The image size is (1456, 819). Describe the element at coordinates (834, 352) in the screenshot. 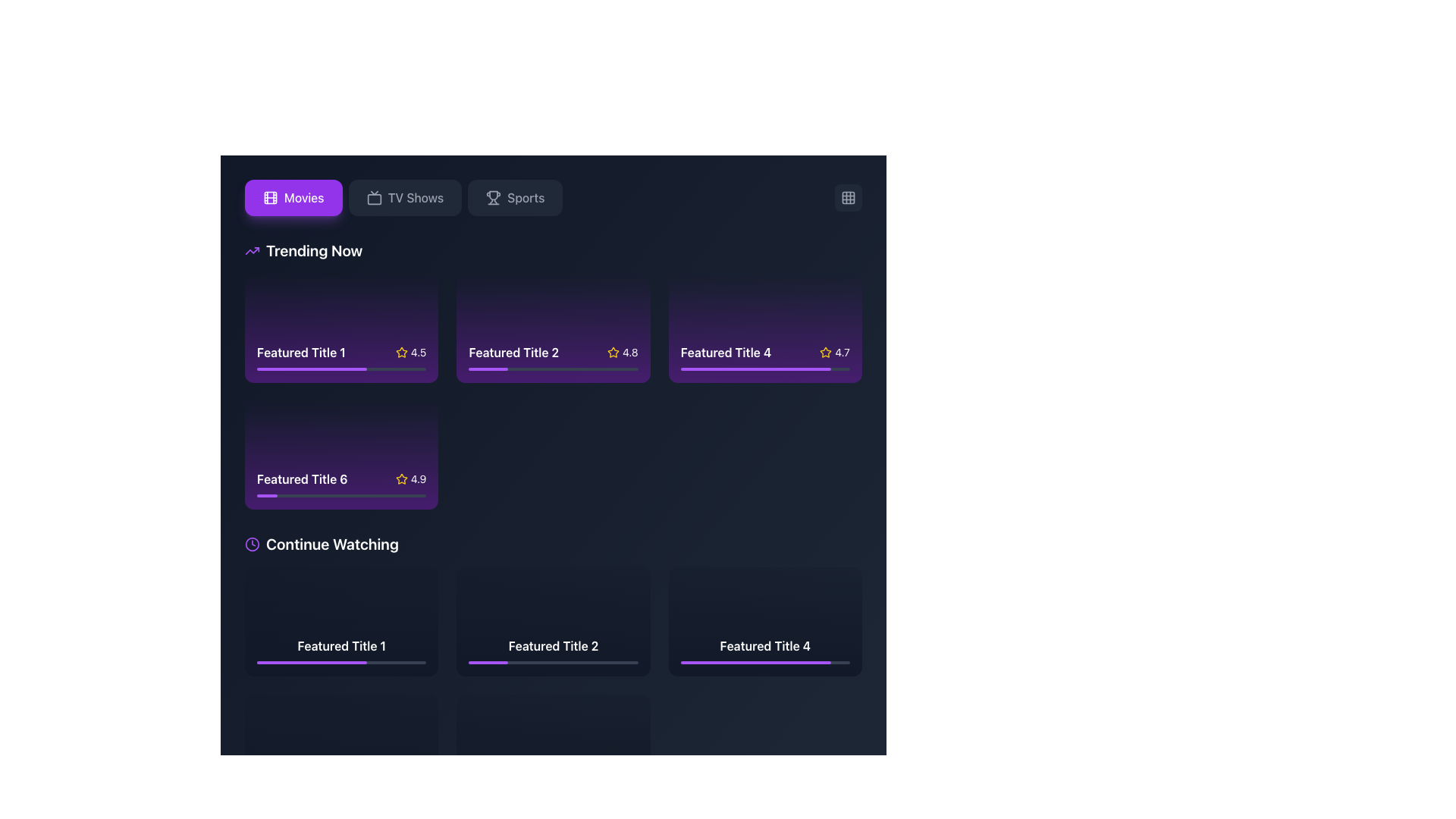

I see `the rating text element located in the top-right corner of the card titled 'Featured Title 4' in the 'Trending Now' section, positioned to the right of the star icon` at that location.